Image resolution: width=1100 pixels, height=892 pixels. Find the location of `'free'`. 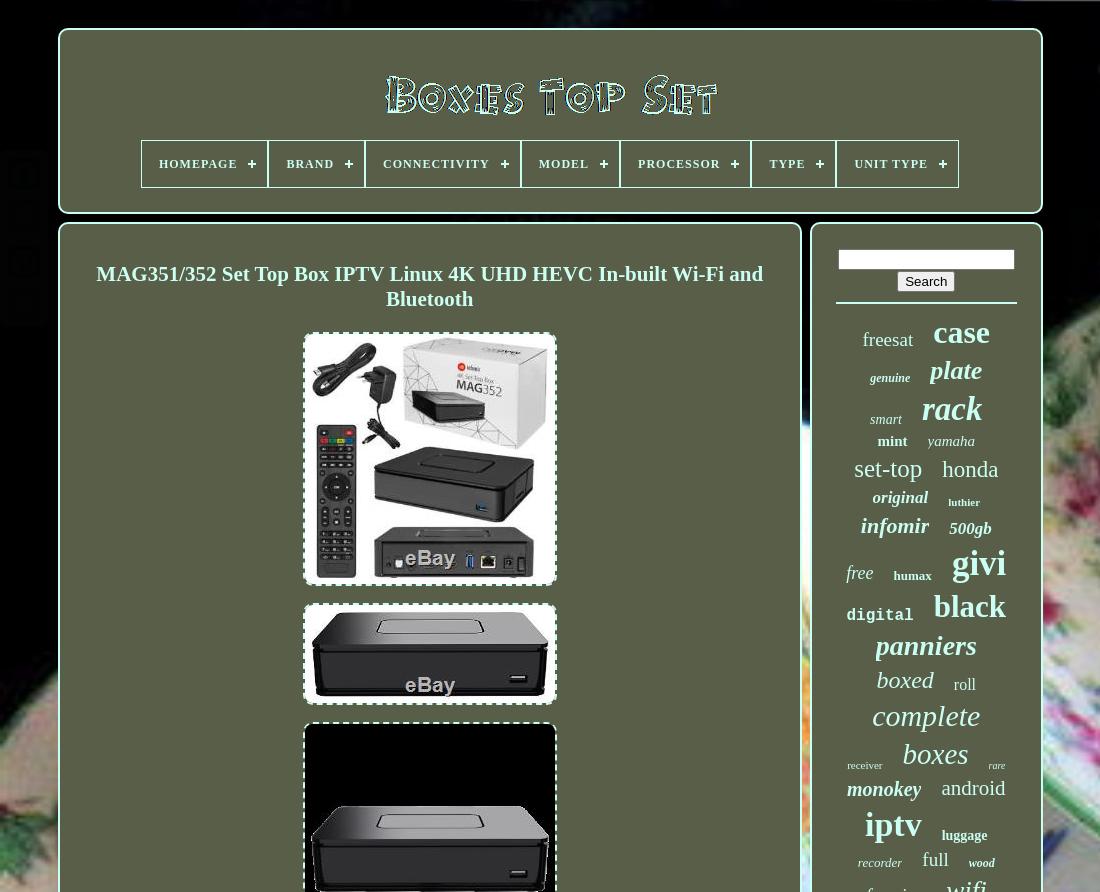

'free' is located at coordinates (858, 572).